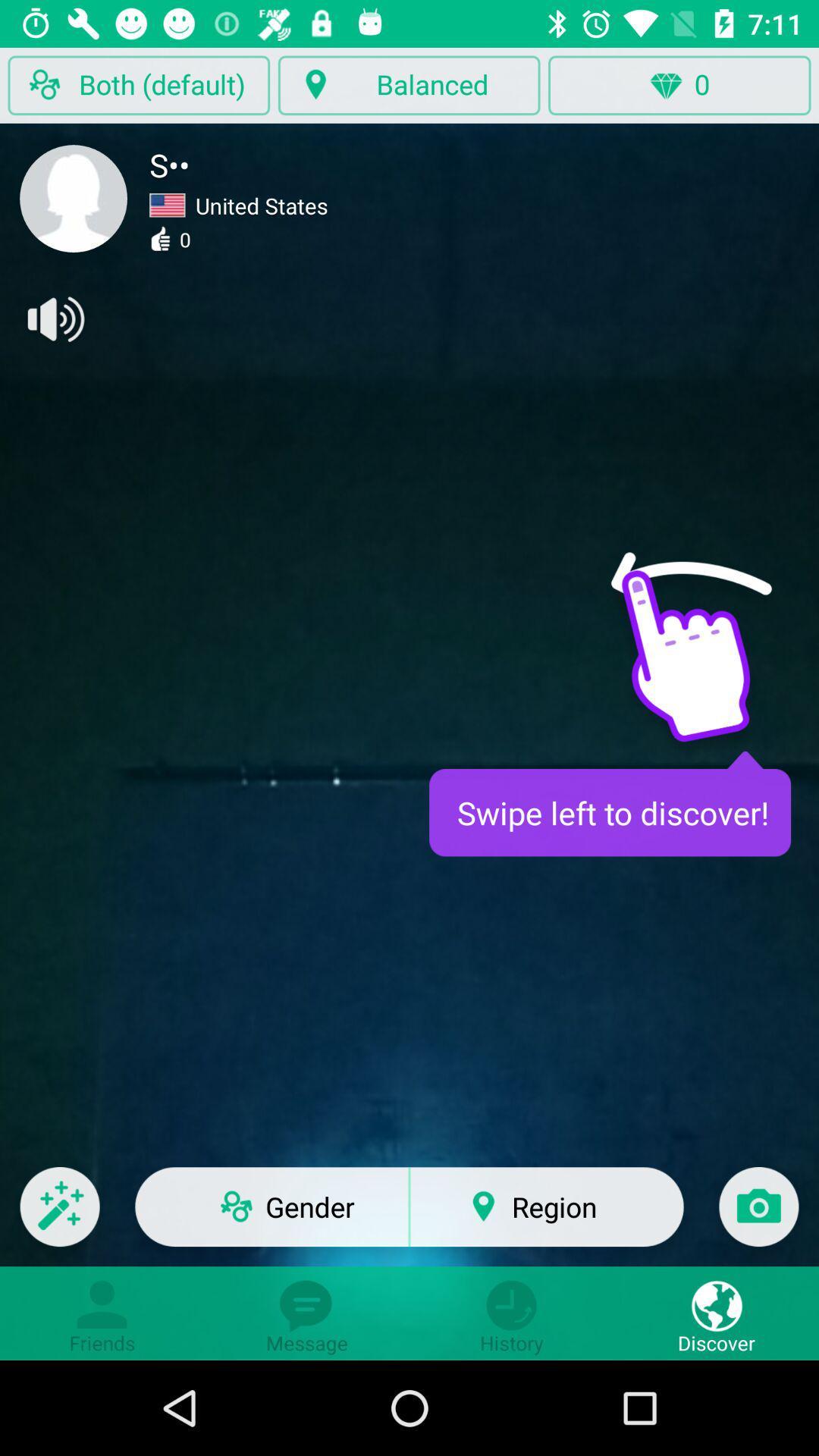 This screenshot has height=1456, width=819. Describe the element at coordinates (54, 318) in the screenshot. I see `listen` at that location.